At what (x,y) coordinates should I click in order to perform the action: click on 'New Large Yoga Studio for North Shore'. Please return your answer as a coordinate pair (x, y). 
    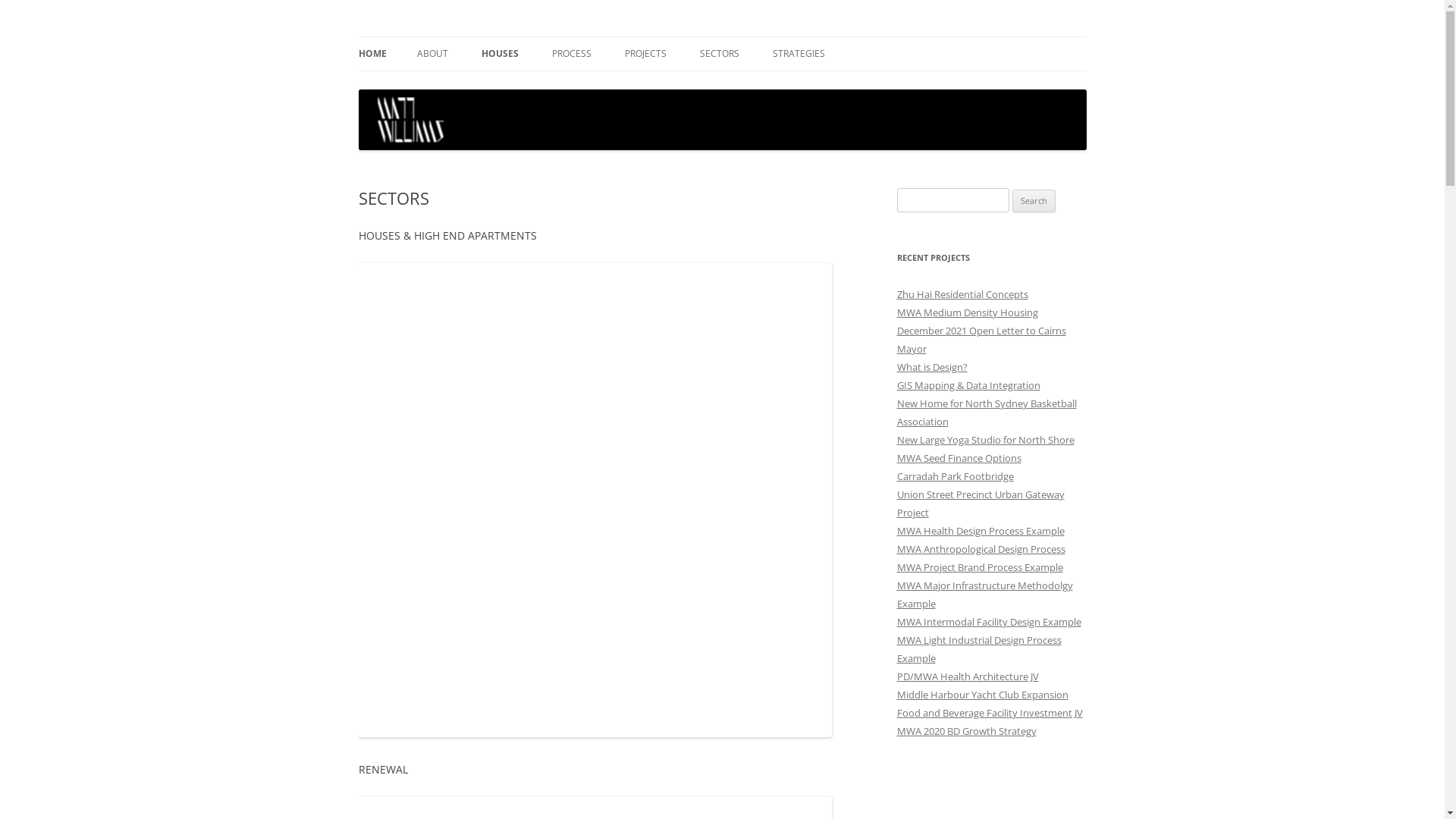
    Looking at the image, I should click on (896, 439).